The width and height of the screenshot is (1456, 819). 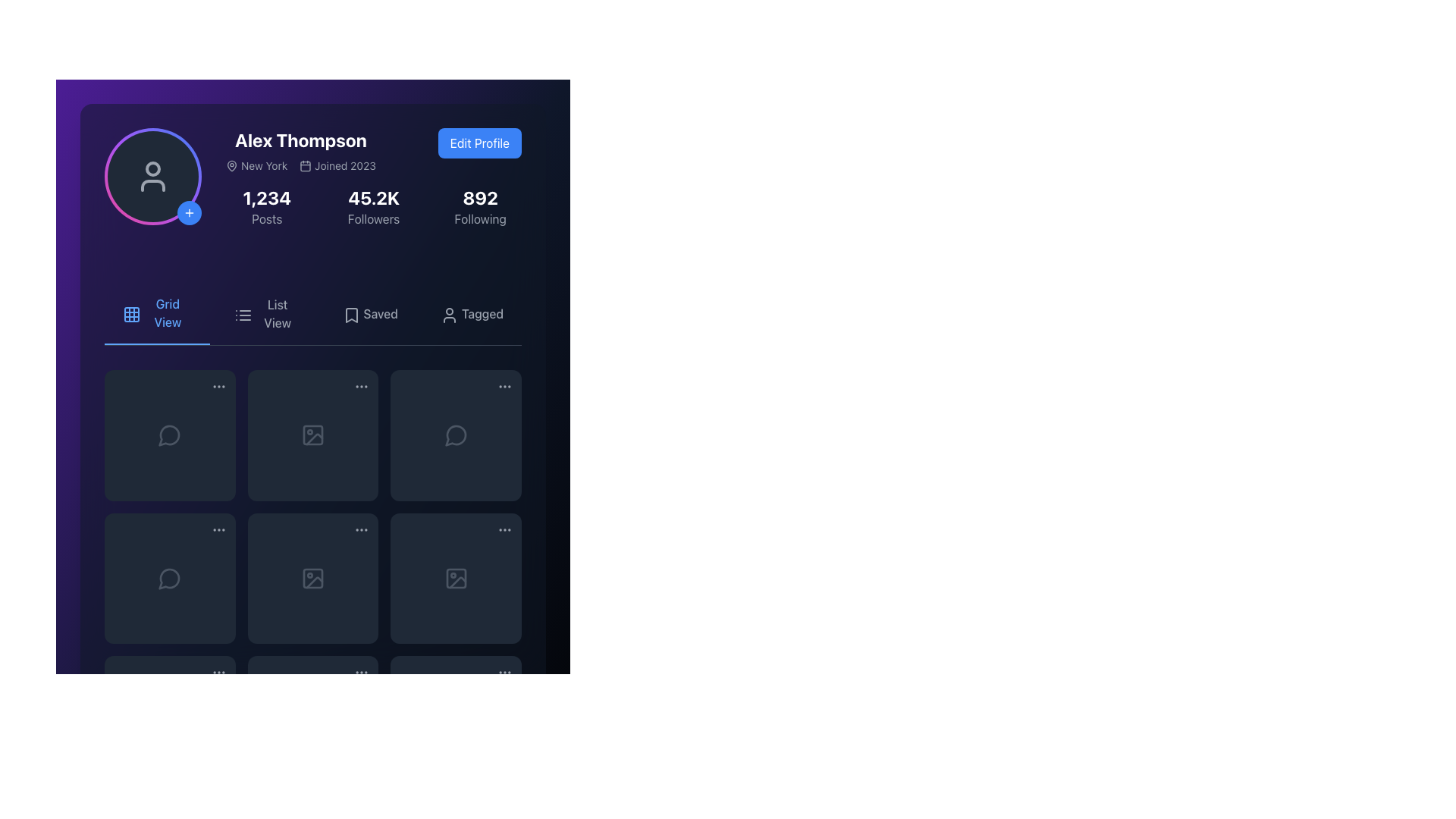 I want to click on the Ellipsis button located at the top-right corner of the first item in the grid layout to trigger its visual transition effects, so click(x=218, y=385).